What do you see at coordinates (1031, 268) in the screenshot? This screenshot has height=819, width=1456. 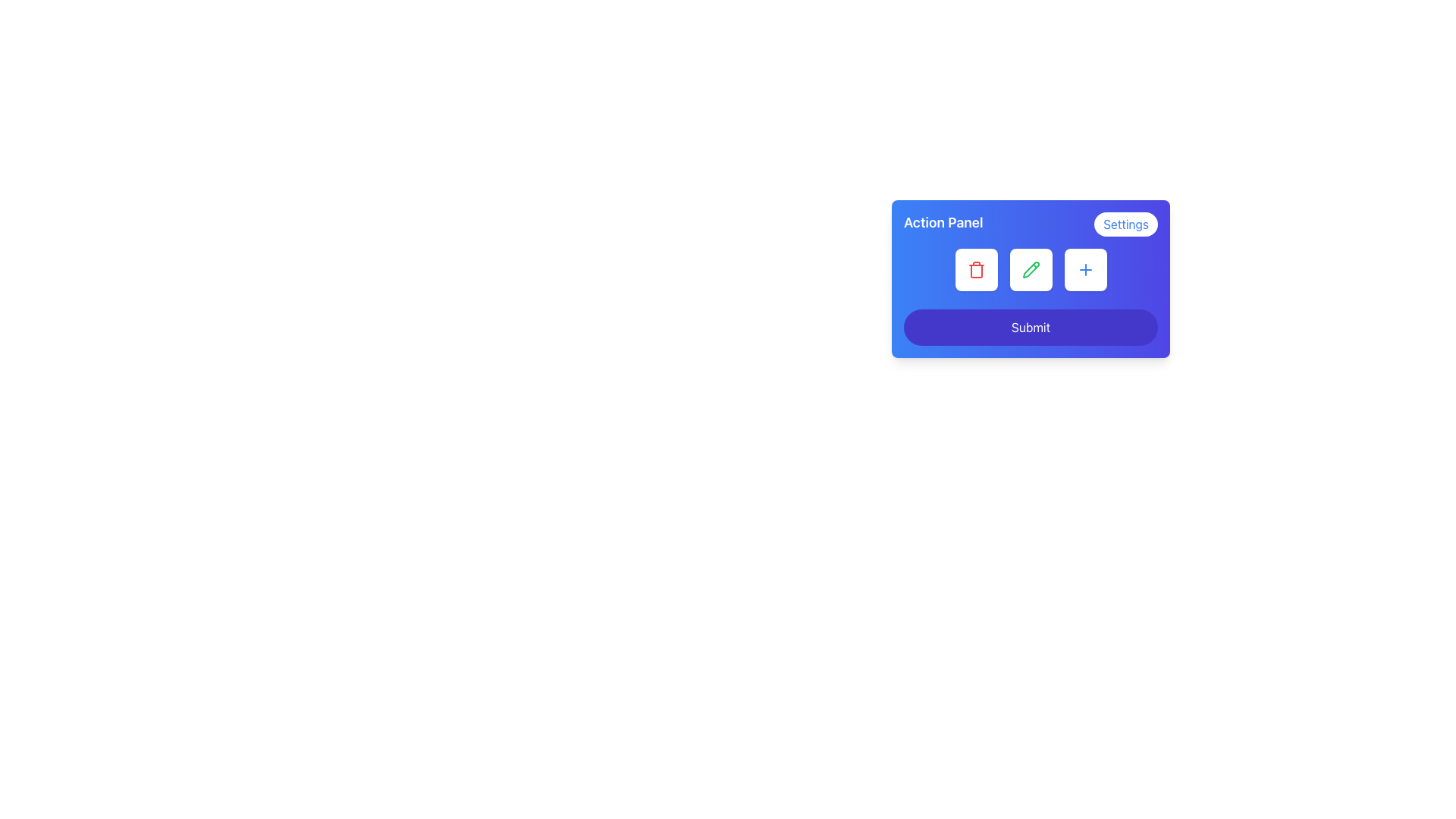 I see `the green pencil-shaped icon button located in the center of the Action Panel` at bounding box center [1031, 268].